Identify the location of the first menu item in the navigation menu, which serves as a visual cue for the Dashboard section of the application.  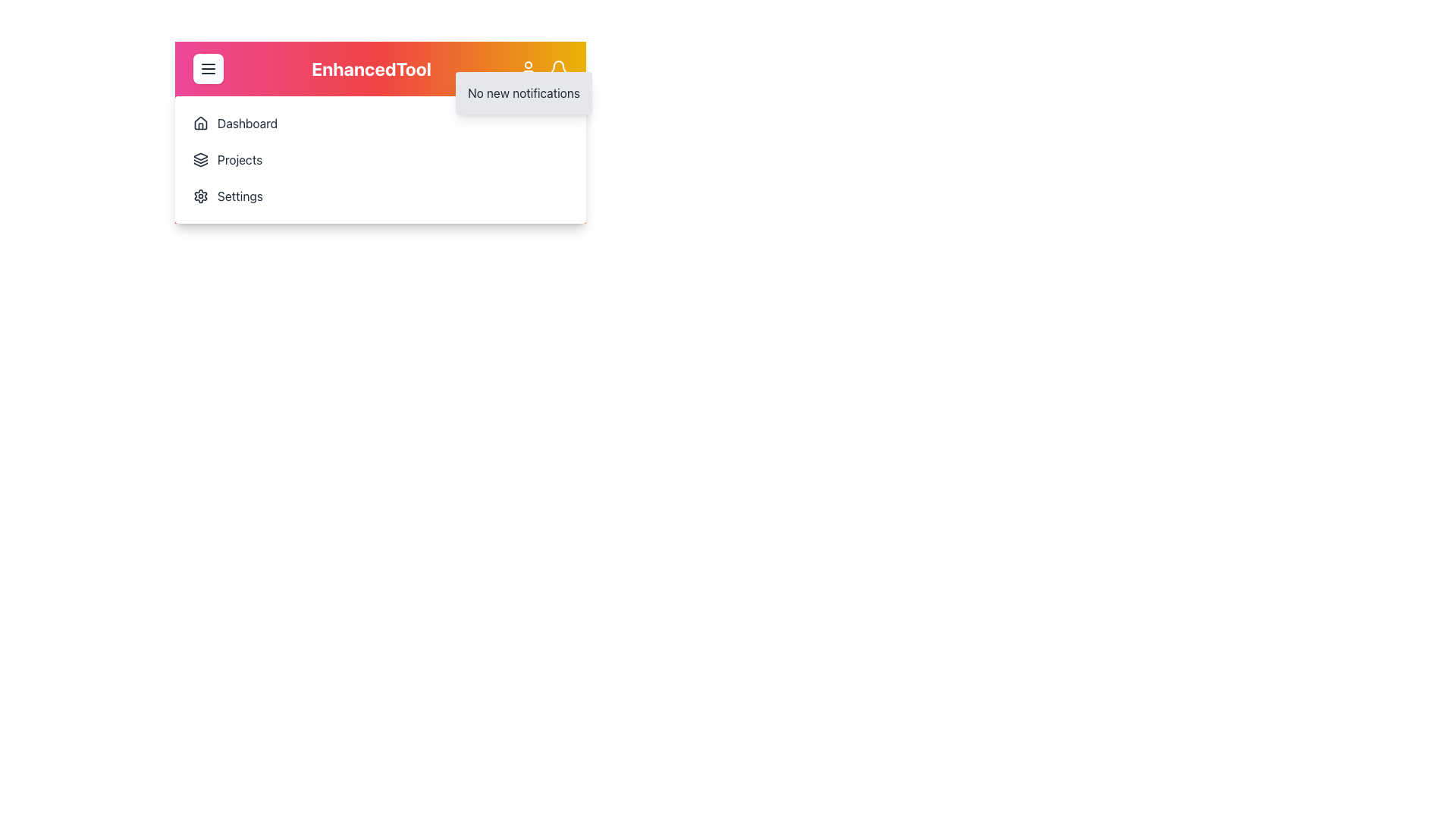
(381, 122).